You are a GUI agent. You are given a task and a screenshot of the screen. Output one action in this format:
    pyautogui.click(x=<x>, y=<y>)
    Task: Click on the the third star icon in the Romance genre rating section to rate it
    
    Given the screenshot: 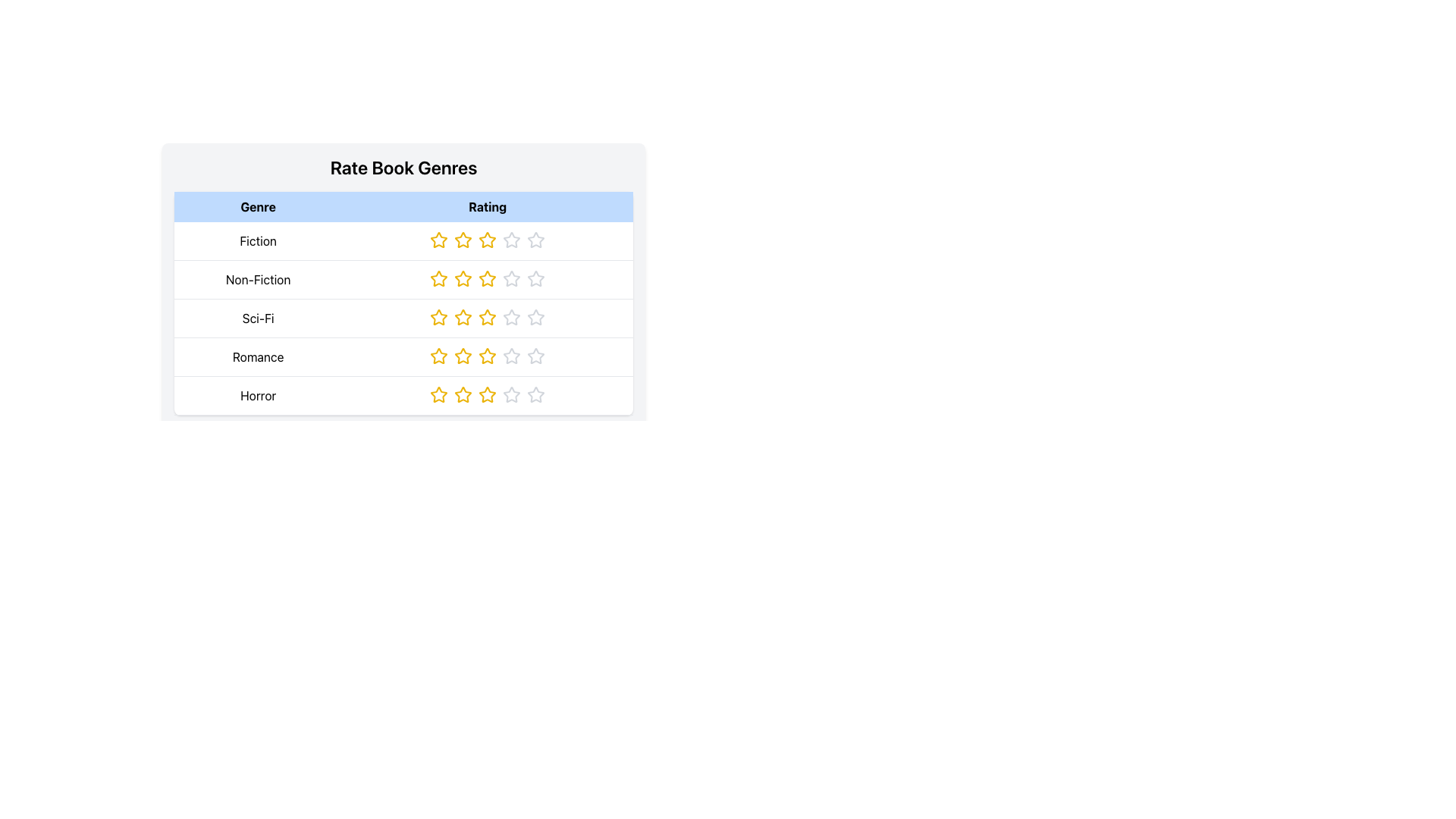 What is the action you would take?
    pyautogui.click(x=463, y=356)
    